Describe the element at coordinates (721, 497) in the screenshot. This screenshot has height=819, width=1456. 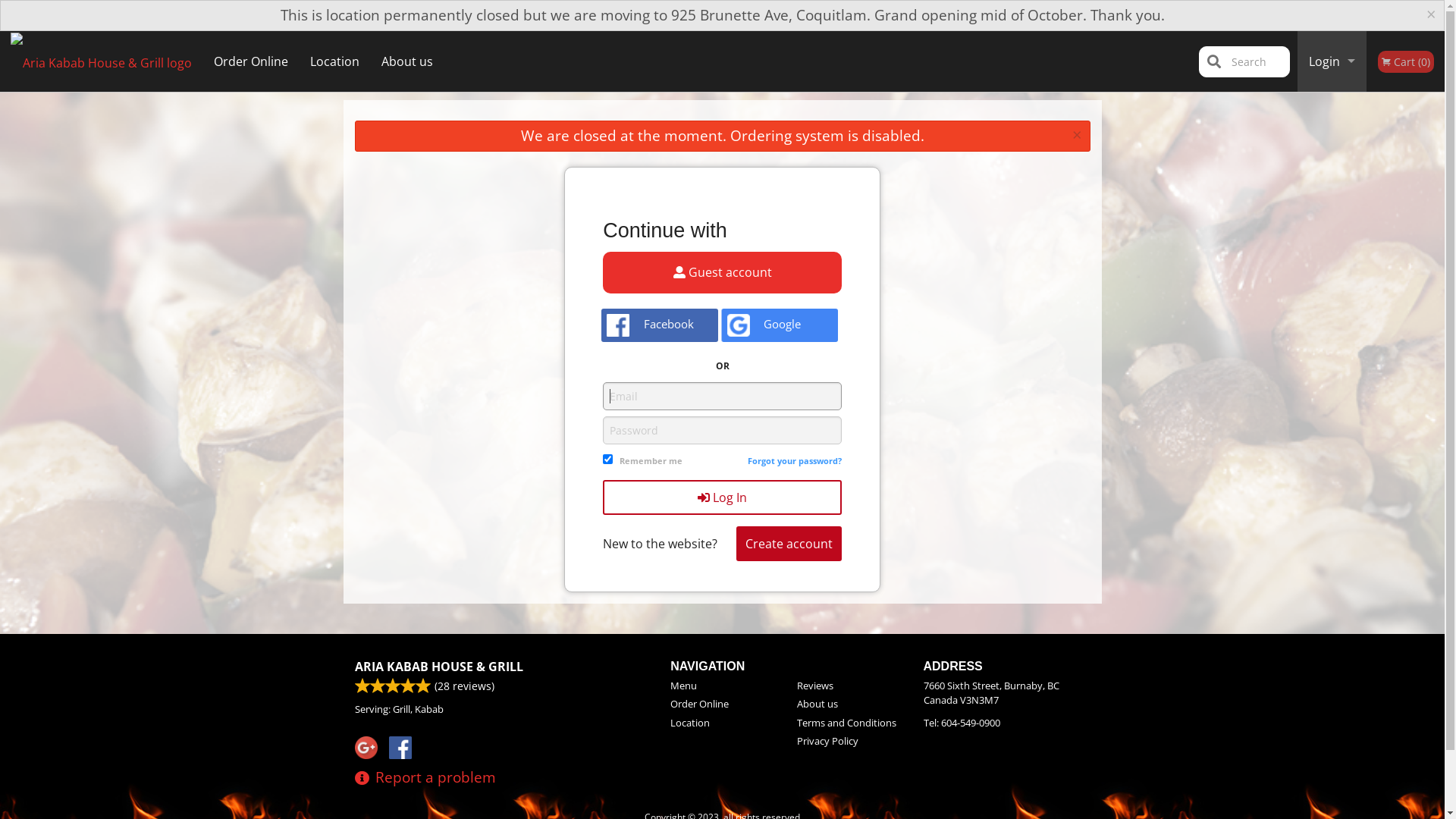
I see `'Log In'` at that location.